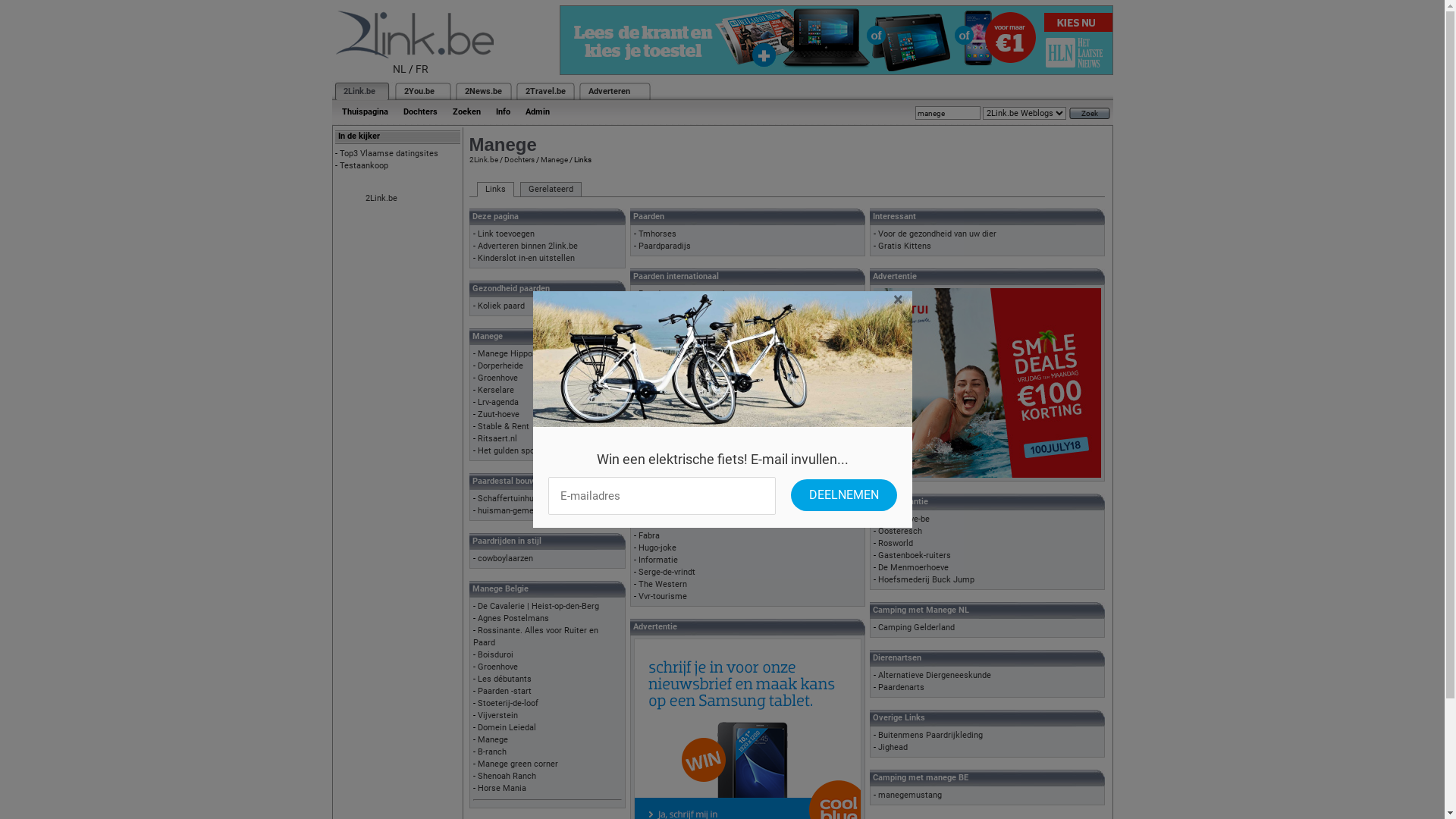  I want to click on 'FR', so click(415, 69).